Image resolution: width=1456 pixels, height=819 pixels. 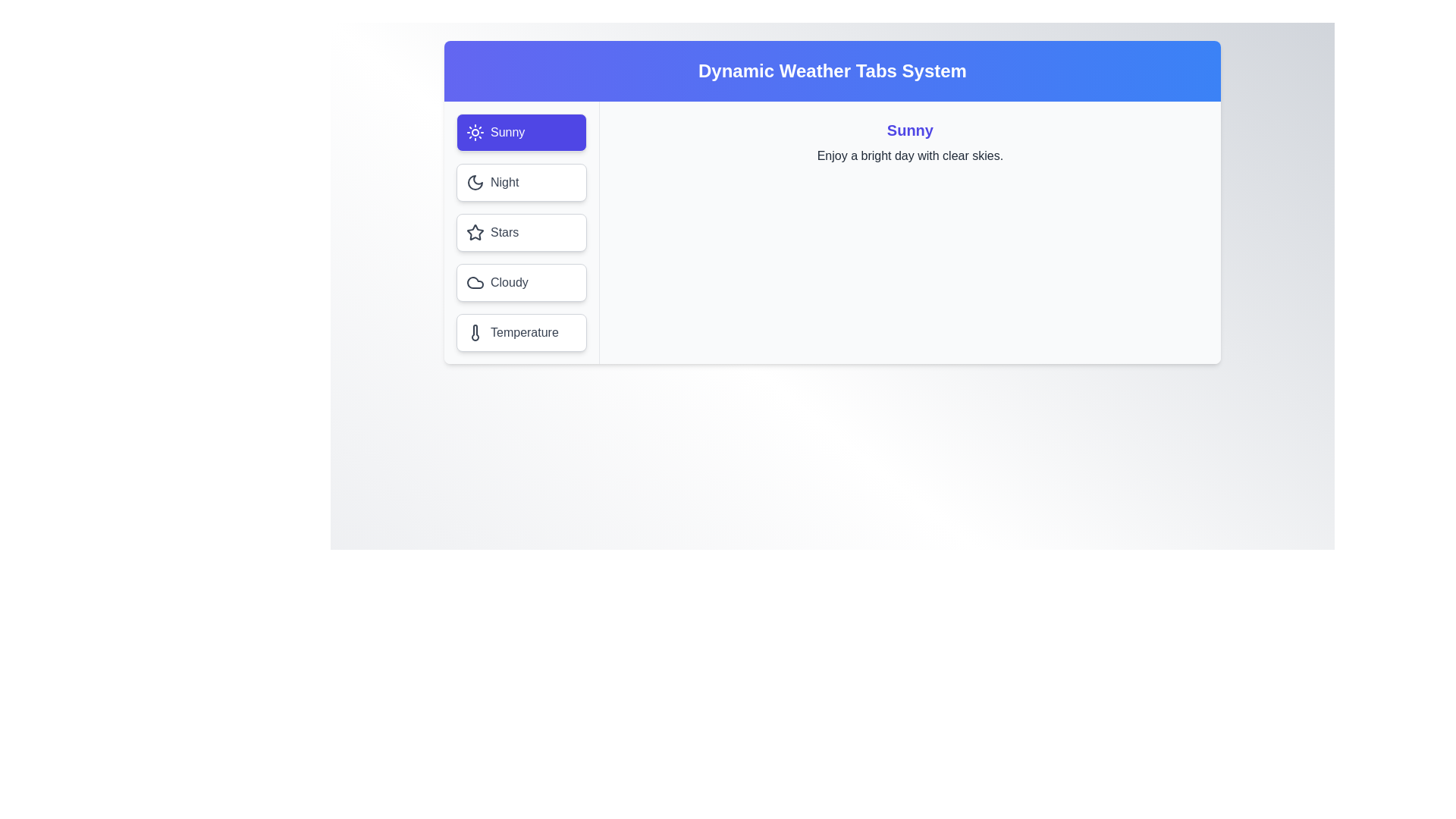 I want to click on the tab corresponding to the weather condition Sunny to view its content, so click(x=520, y=131).